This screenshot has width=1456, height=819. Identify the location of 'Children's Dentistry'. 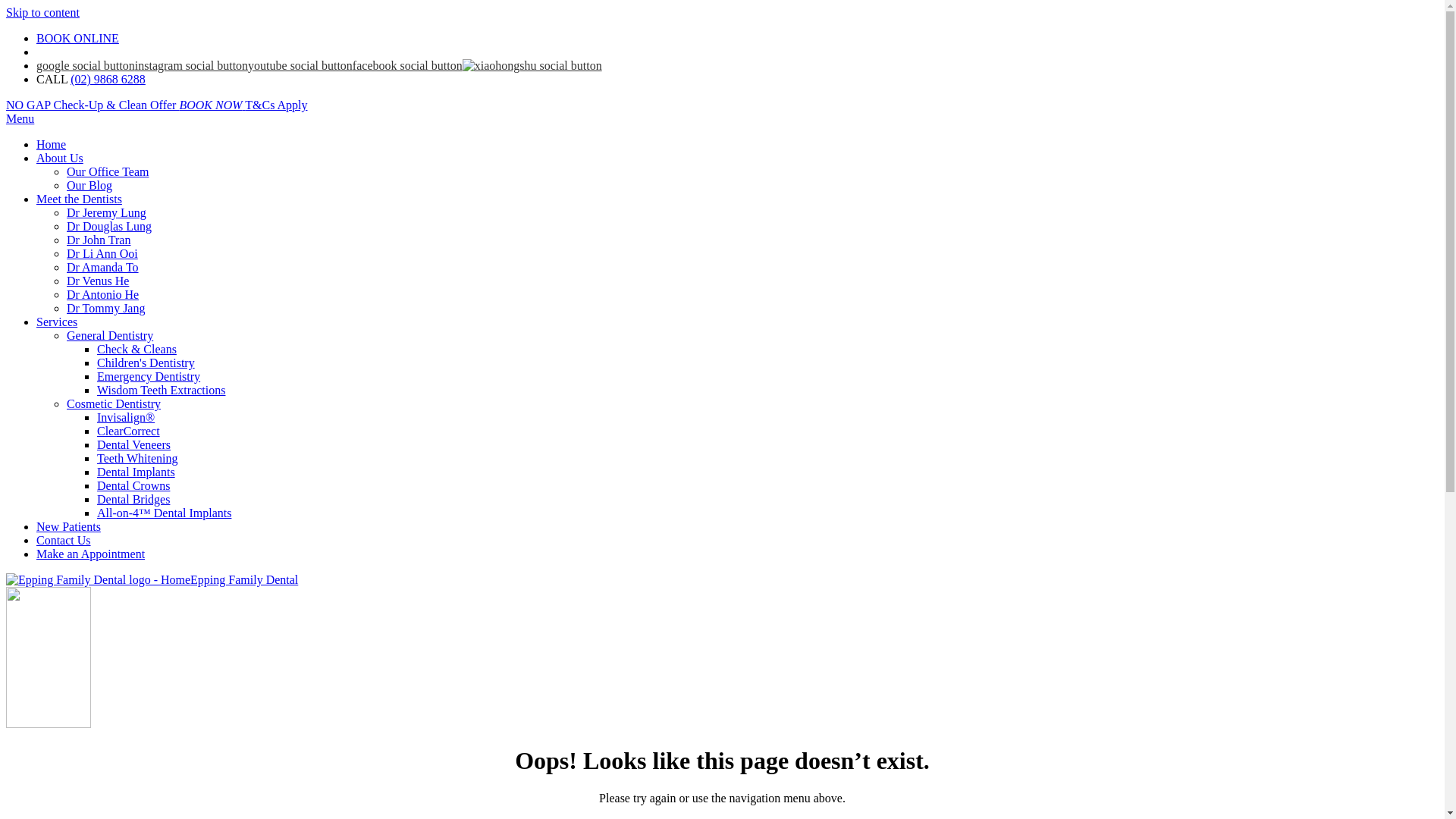
(146, 362).